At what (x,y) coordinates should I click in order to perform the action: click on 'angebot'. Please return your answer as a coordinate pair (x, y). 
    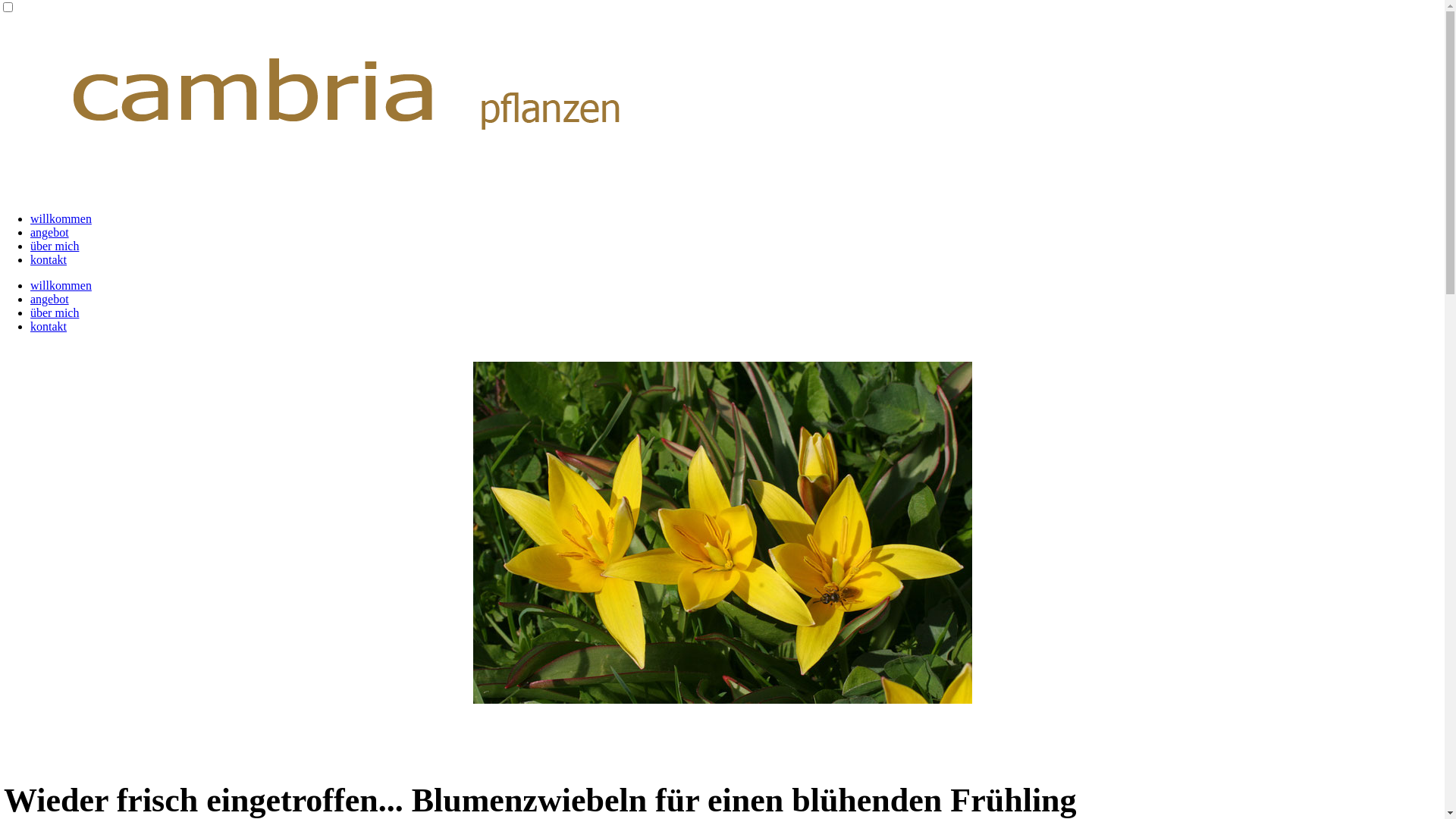
    Looking at the image, I should click on (49, 299).